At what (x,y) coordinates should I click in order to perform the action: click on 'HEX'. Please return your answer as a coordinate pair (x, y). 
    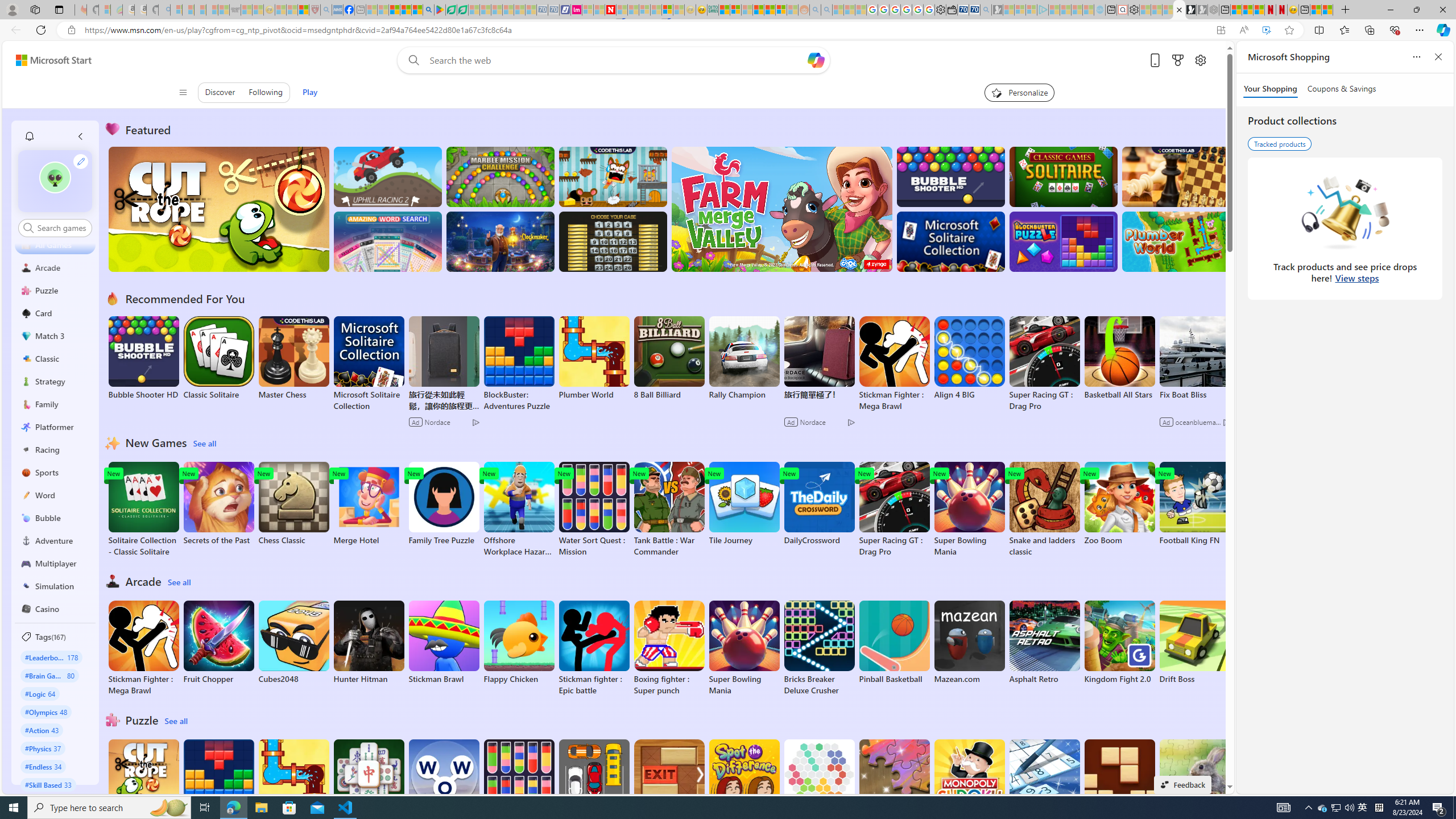
    Looking at the image, I should click on (818, 781).